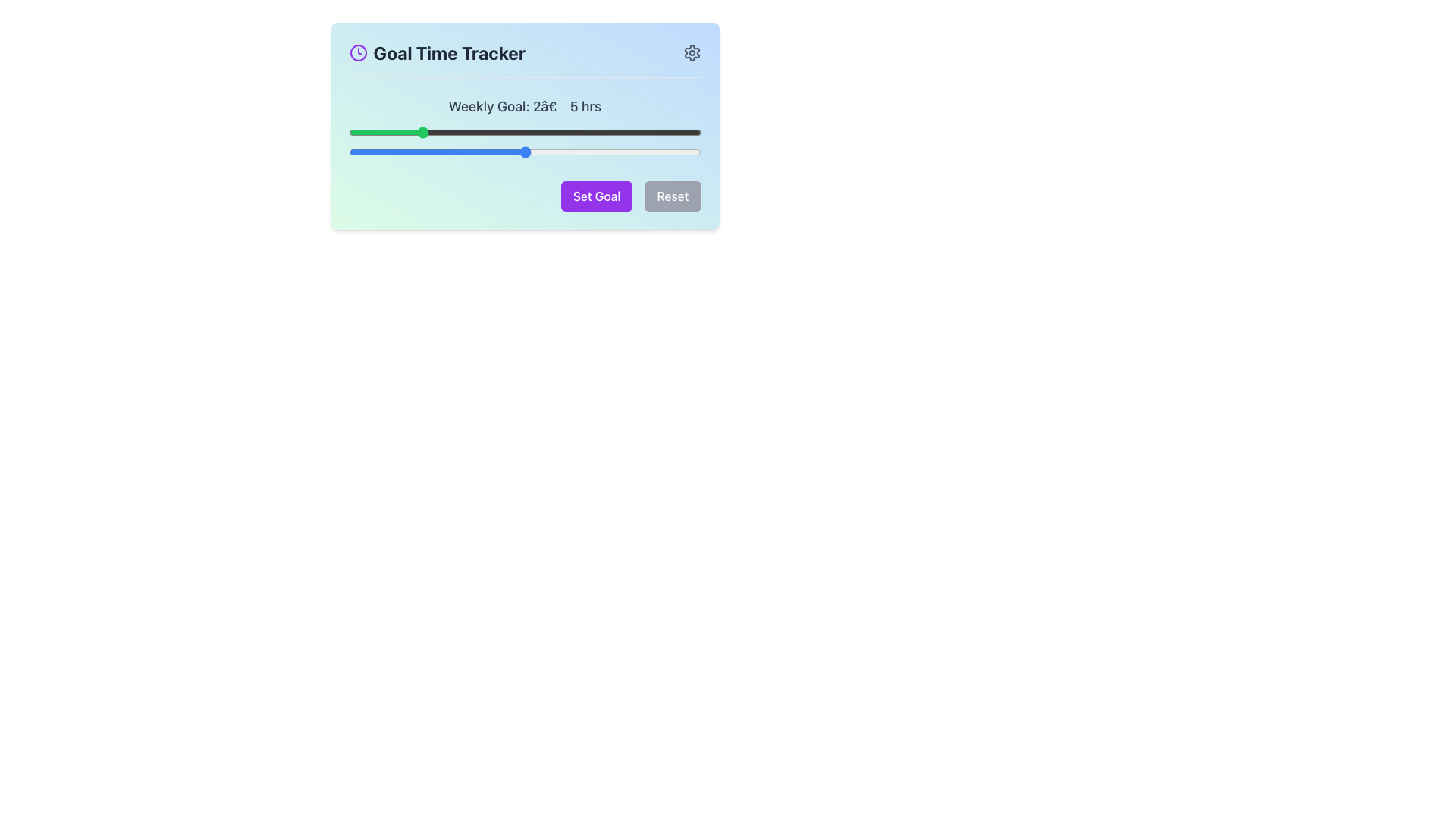 The width and height of the screenshot is (1456, 819). What do you see at coordinates (357, 52) in the screenshot?
I see `the decorative graphical circle element located within the clock-shaped SVG icon to the left of the 'Goal Time Tracker' text in the header` at bounding box center [357, 52].